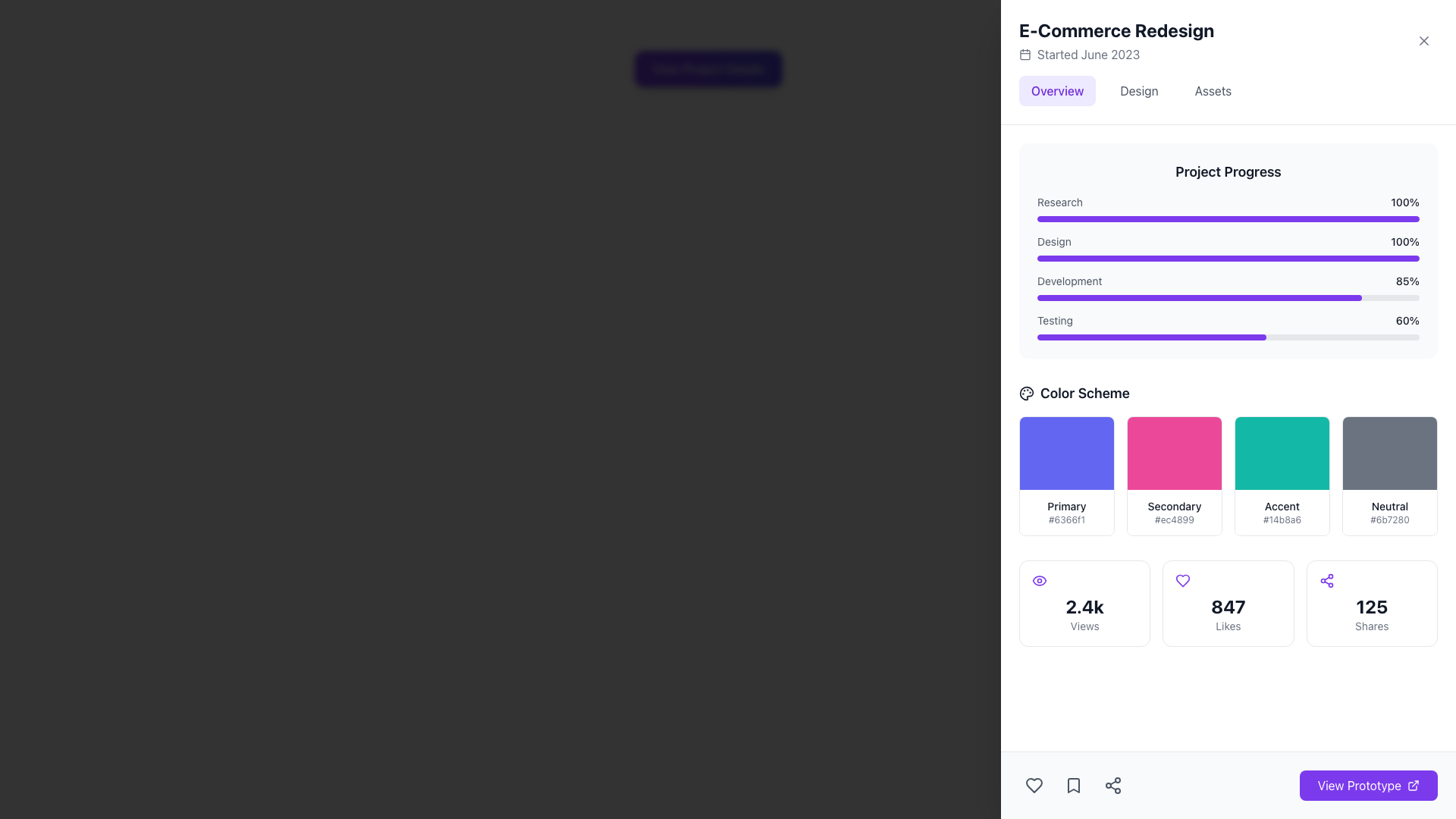 This screenshot has height=819, width=1456. Describe the element at coordinates (1407, 281) in the screenshot. I see `the text label indicating the progress percentage (85%) for the 'Development' task, located to the right of the 'Development' label in the progress overview section` at that location.